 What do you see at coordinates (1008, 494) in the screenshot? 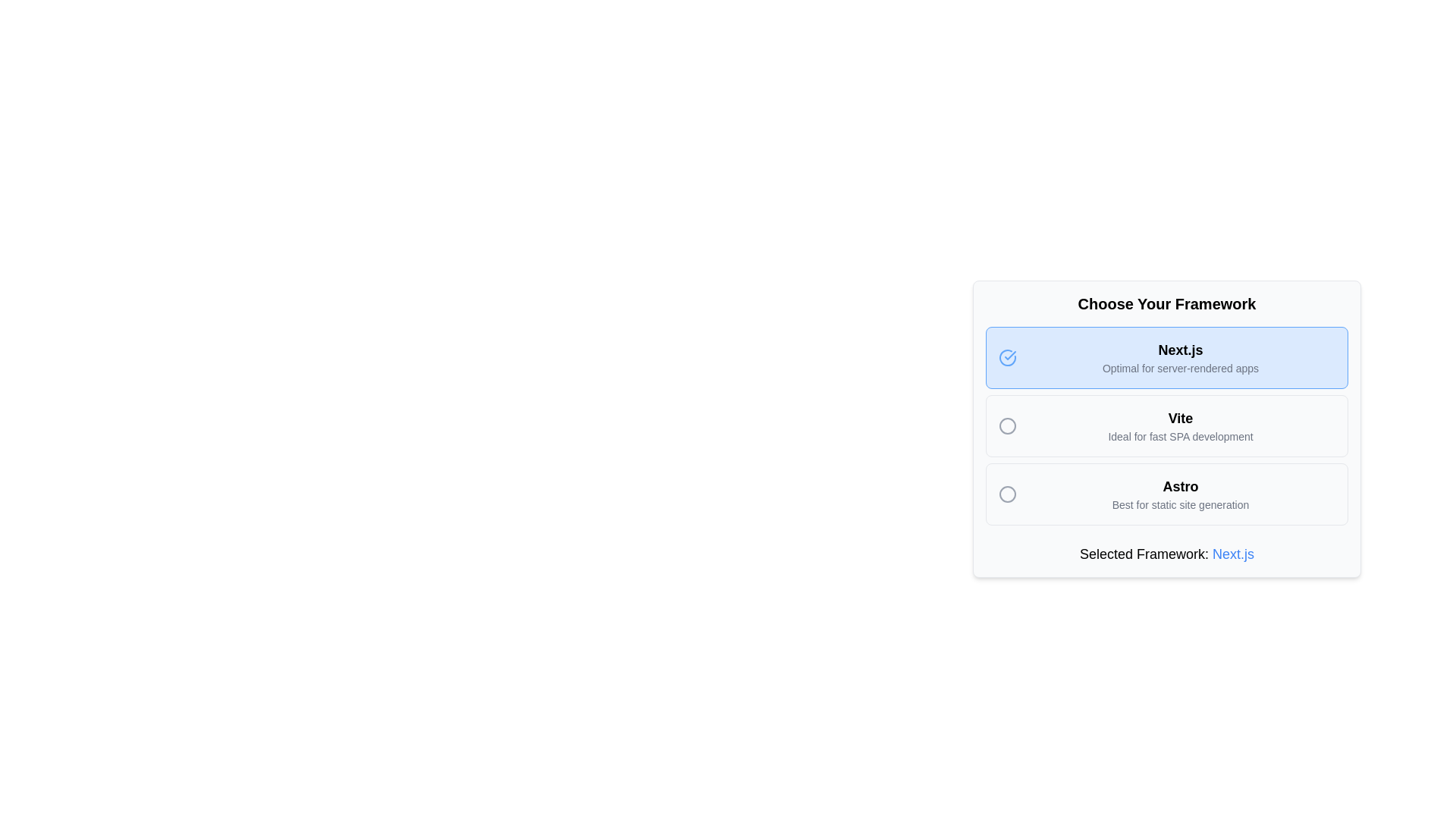
I see `the unselected circular icon with a gray border for the 'Astro' framework located at the bottom of the 'Choose Your Framework' card` at bounding box center [1008, 494].